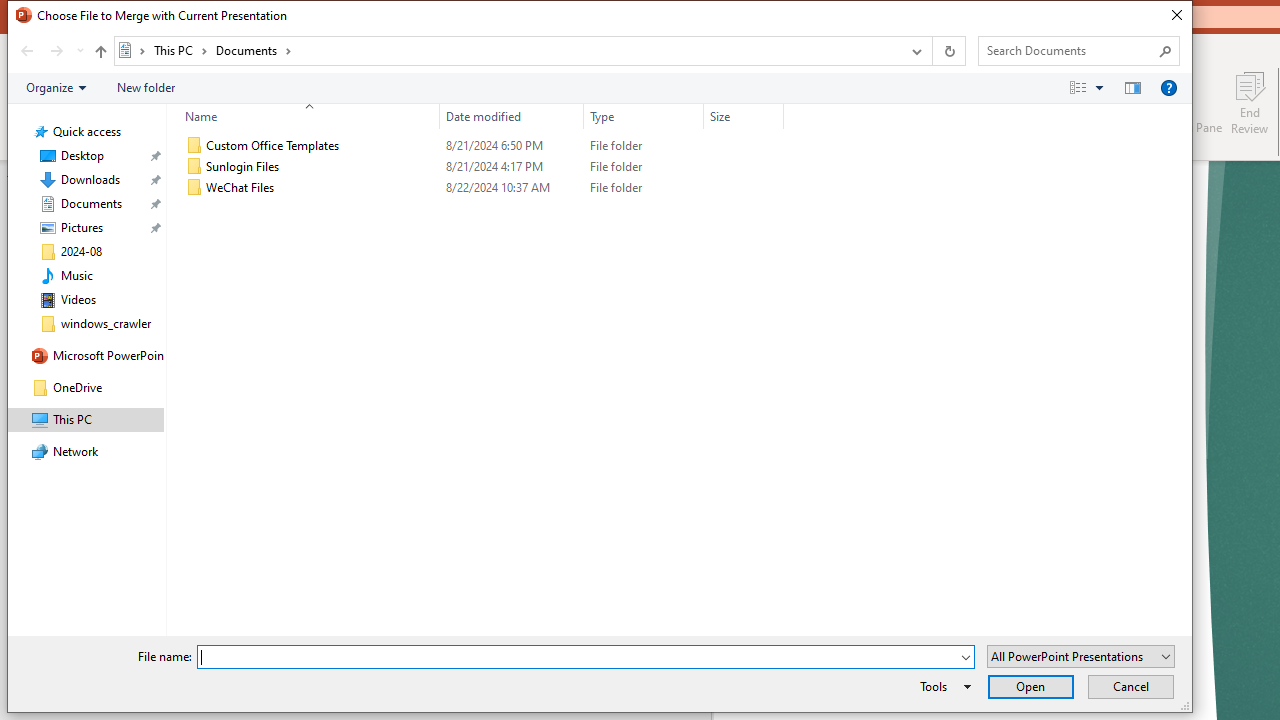 This screenshot has width=1280, height=720. I want to click on 'Custom Office Templates', so click(480, 145).